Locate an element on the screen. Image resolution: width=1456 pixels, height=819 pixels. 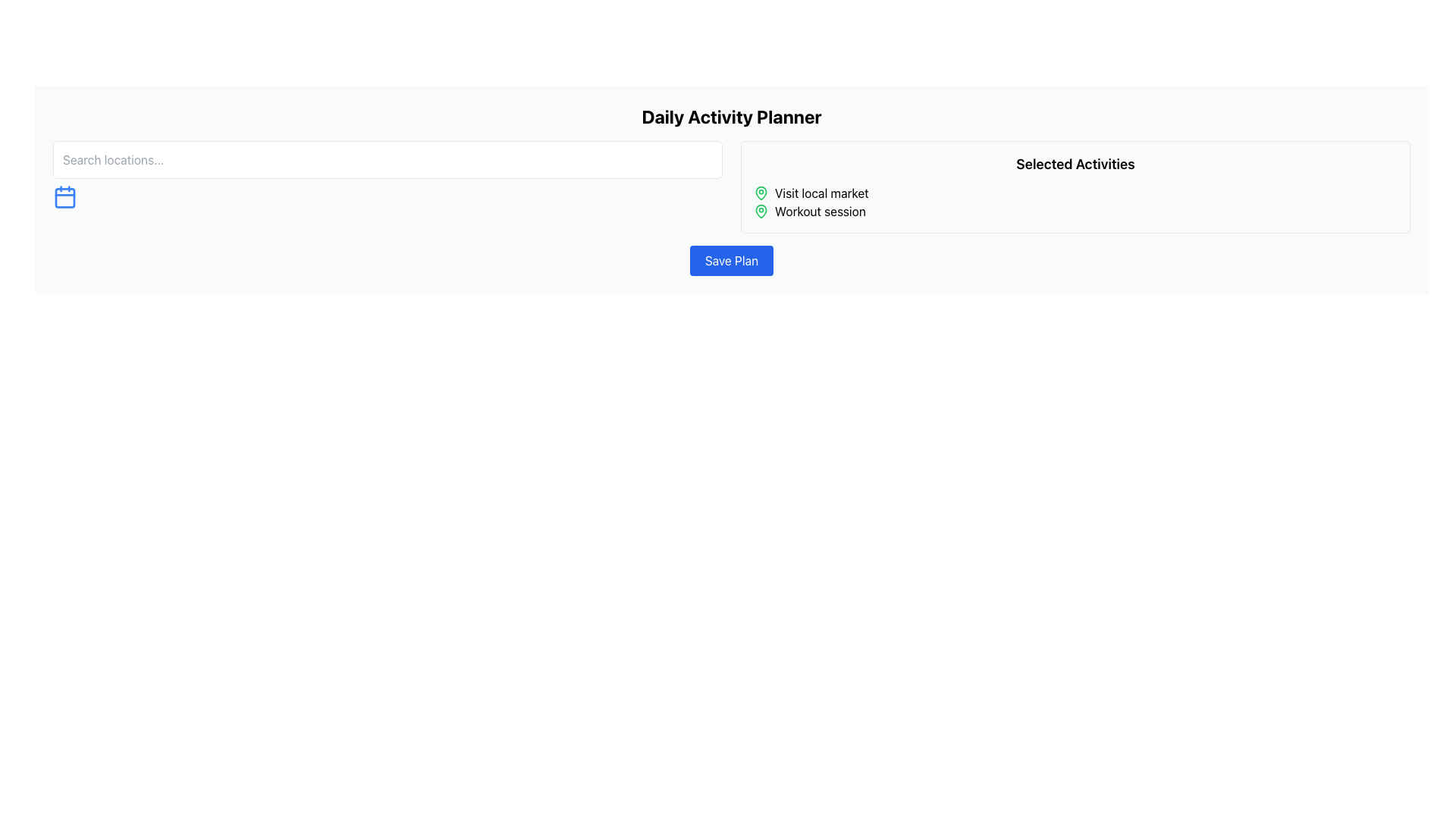
the first selectable text label in the 'Selected Activities' section, positioned to the right of the green map pin icon is located at coordinates (821, 192).